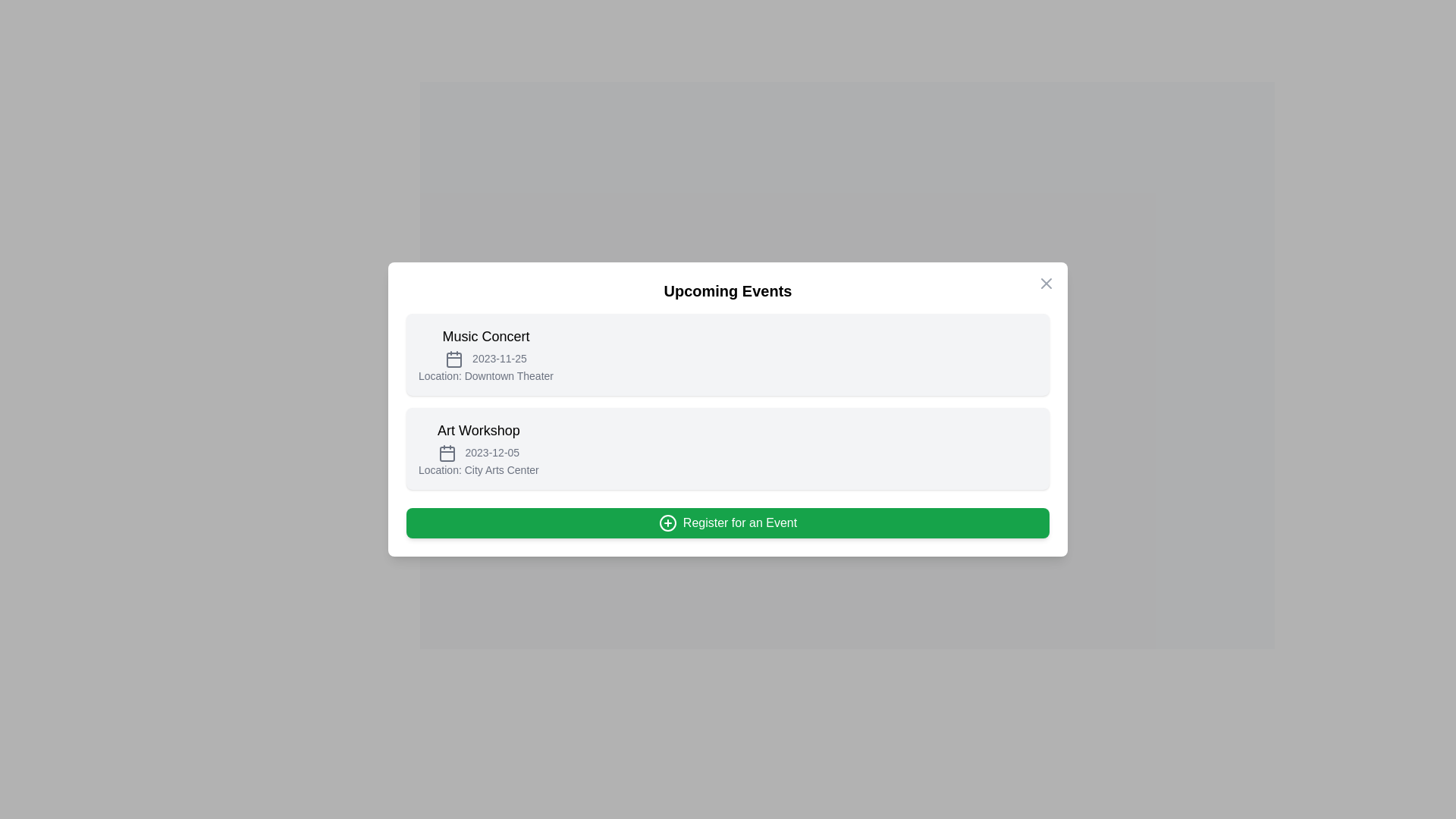 This screenshot has width=1456, height=819. I want to click on the text label 'Art Workshop' which is styled in medium bold font and located centrally in the second list entry of the events list, so click(478, 430).